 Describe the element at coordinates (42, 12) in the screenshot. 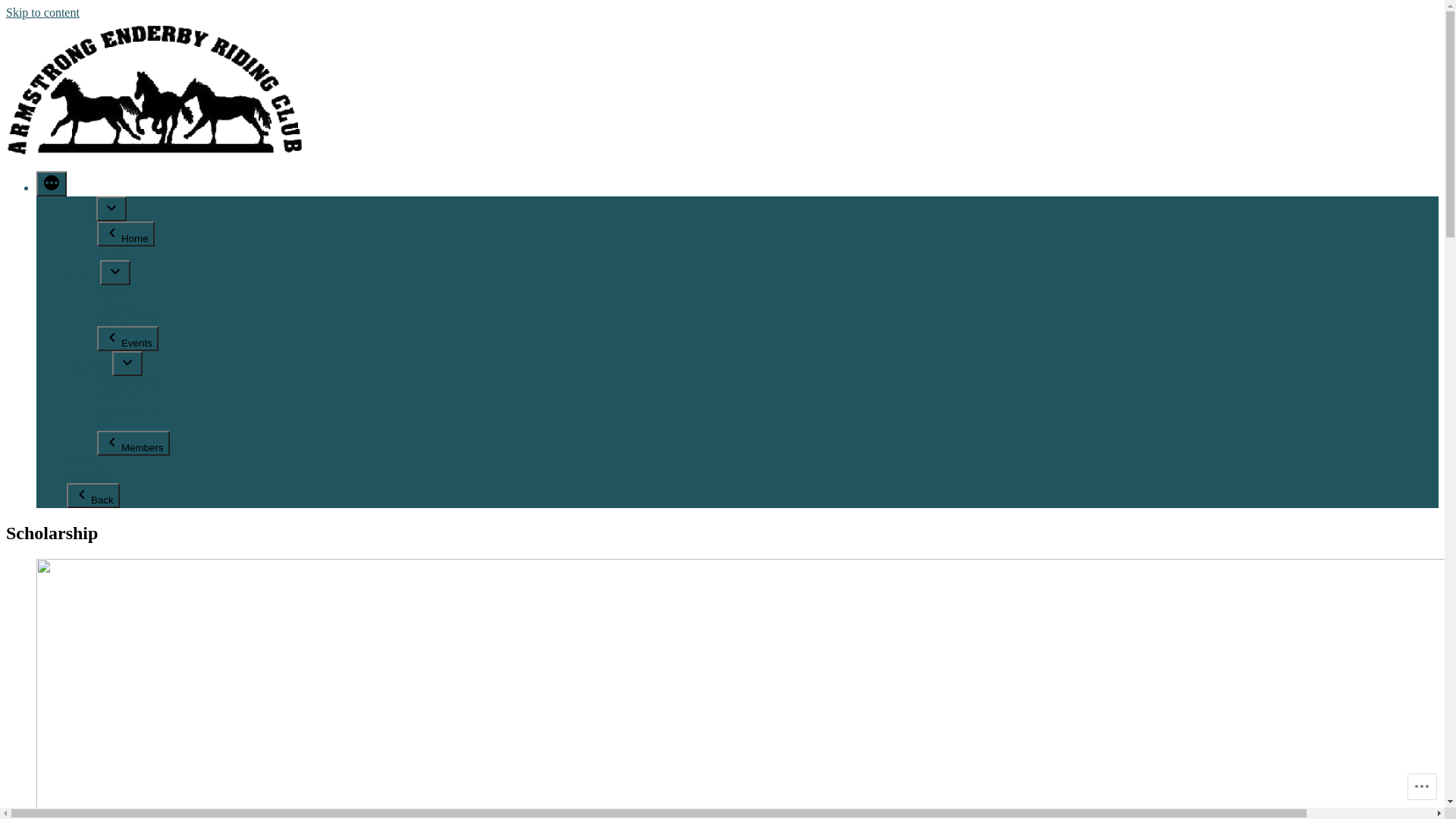

I see `'Skip to content'` at that location.